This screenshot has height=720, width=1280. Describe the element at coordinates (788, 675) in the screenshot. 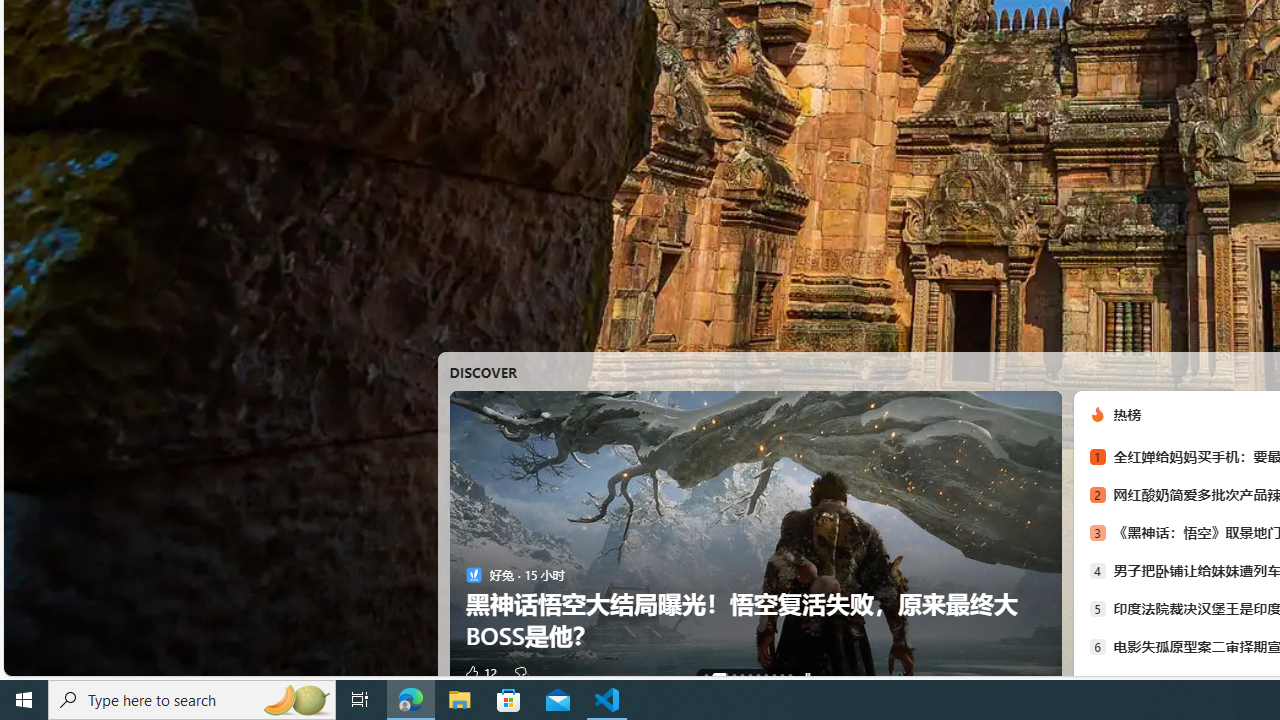

I see `'AutomationID: tab-9'` at that location.